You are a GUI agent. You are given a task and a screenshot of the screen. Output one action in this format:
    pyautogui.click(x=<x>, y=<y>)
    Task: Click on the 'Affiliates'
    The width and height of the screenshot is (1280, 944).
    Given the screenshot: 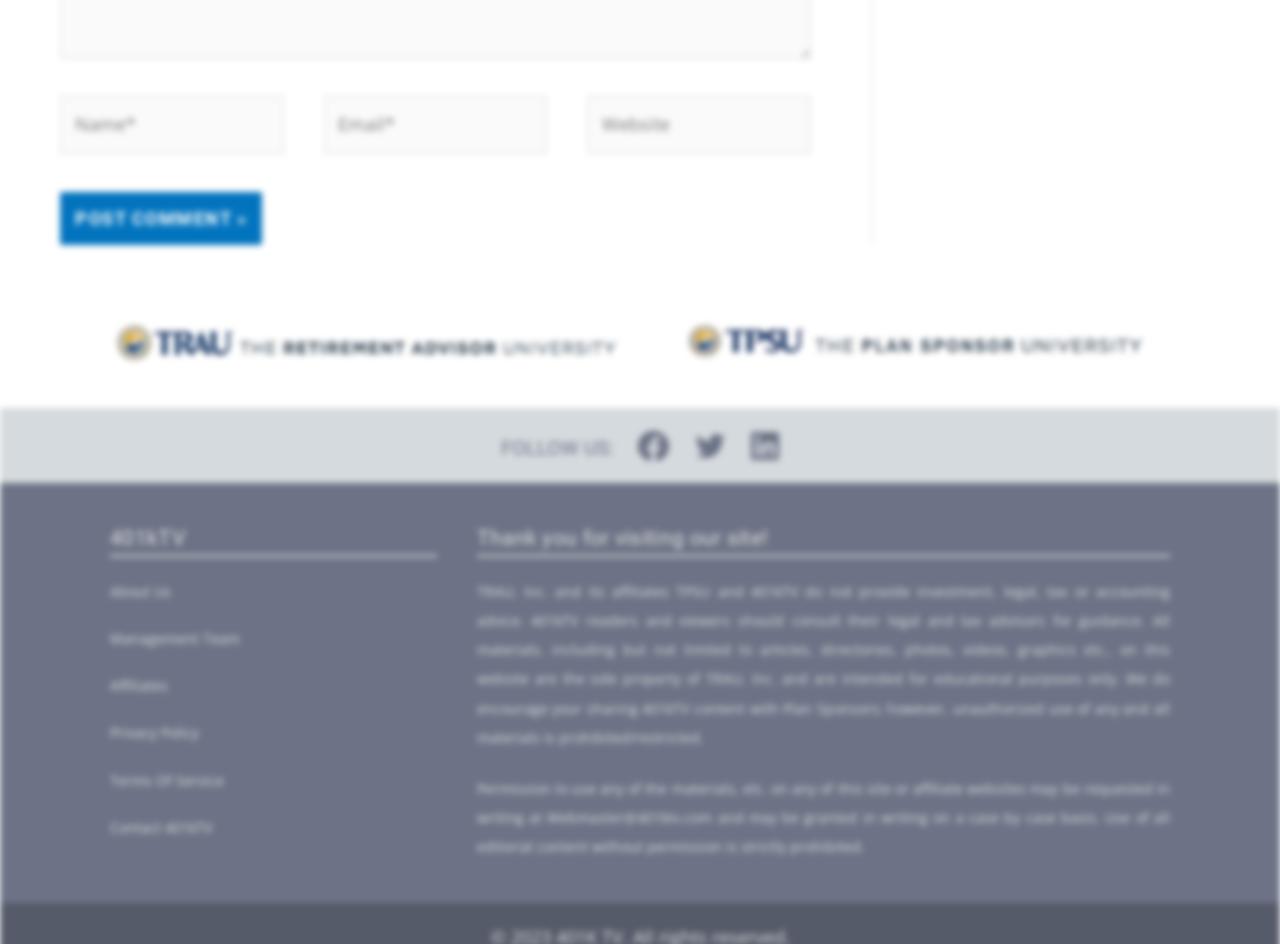 What is the action you would take?
    pyautogui.click(x=138, y=684)
    